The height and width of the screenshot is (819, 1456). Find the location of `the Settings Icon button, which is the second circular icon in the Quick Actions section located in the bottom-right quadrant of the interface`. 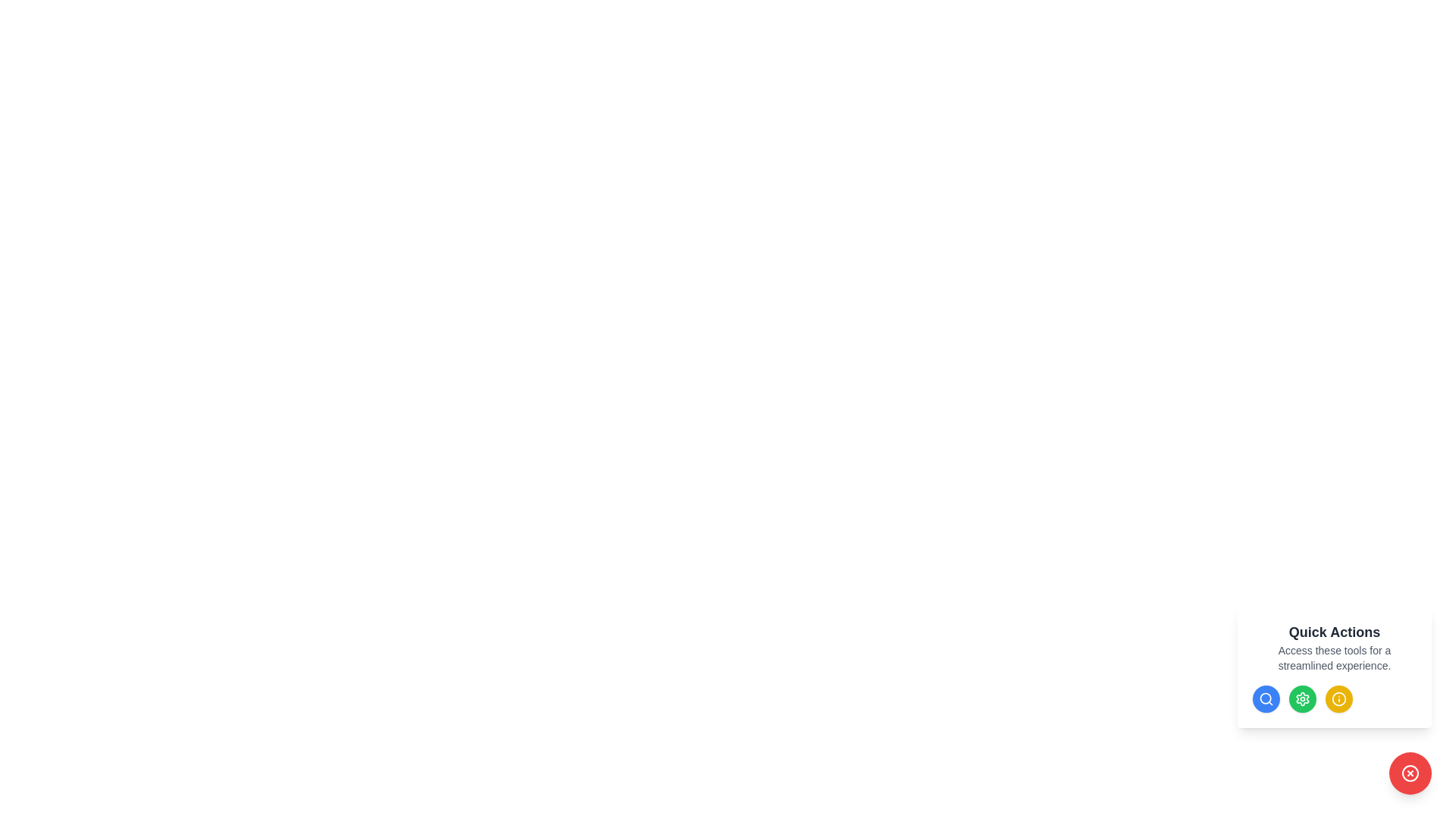

the Settings Icon button, which is the second circular icon in the Quick Actions section located in the bottom-right quadrant of the interface is located at coordinates (1302, 698).